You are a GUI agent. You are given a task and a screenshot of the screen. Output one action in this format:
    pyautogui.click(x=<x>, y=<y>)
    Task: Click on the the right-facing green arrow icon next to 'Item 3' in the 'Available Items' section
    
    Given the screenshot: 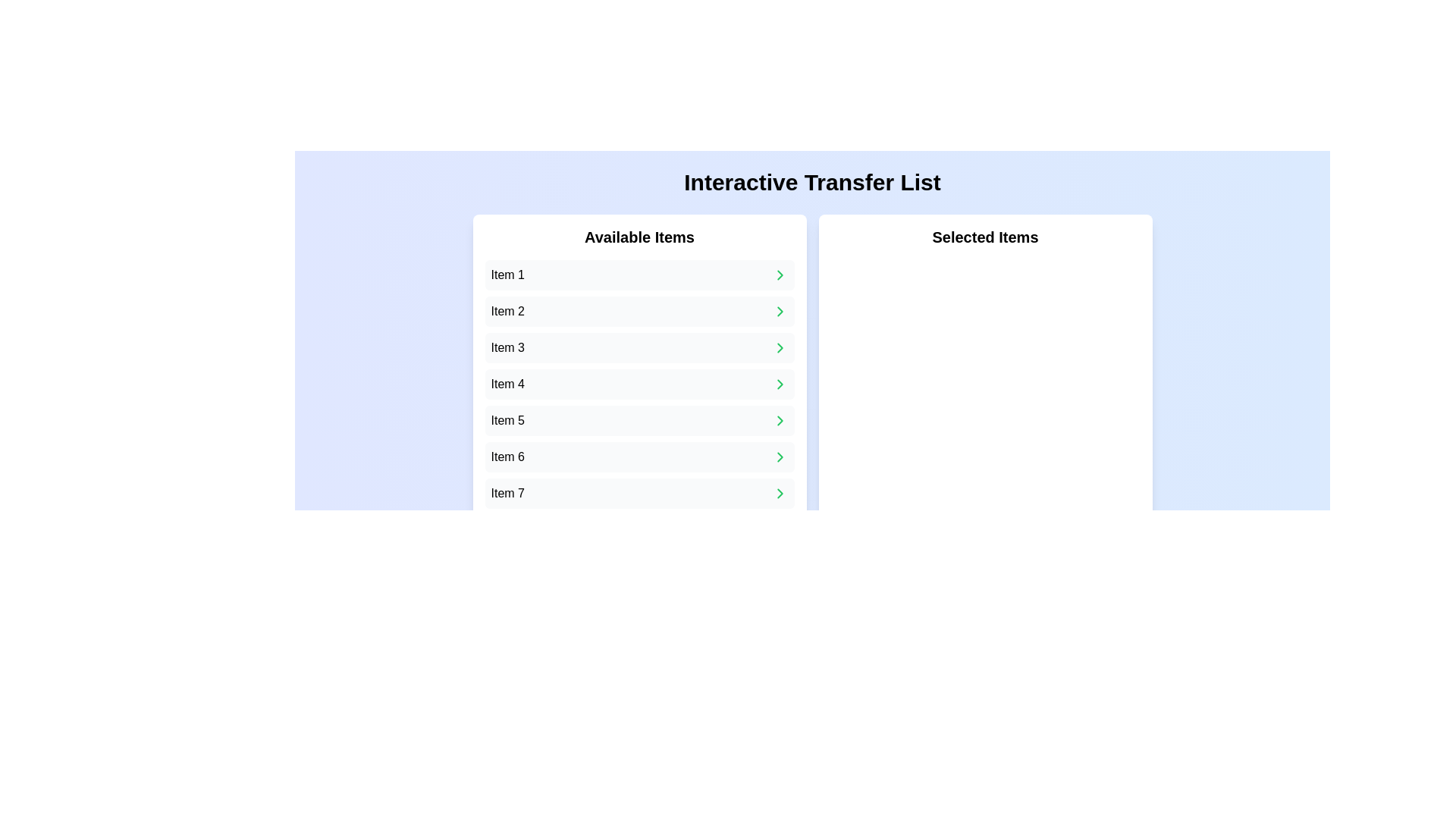 What is the action you would take?
    pyautogui.click(x=780, y=348)
    